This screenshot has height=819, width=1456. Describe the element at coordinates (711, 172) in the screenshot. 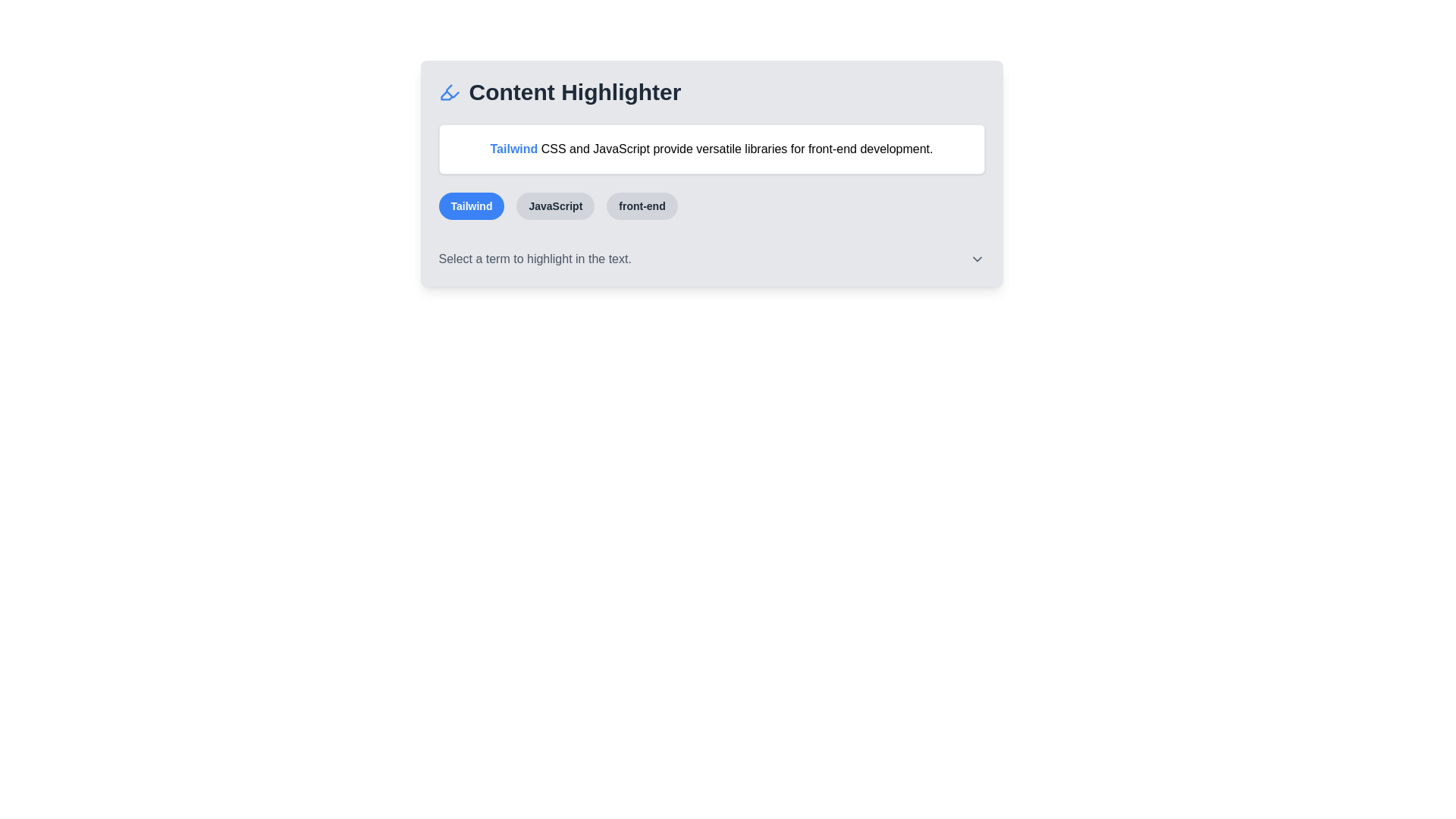

I see `the informational text block located centrally below the title 'Content Highlighter' and above the tags styled as buttons` at that location.